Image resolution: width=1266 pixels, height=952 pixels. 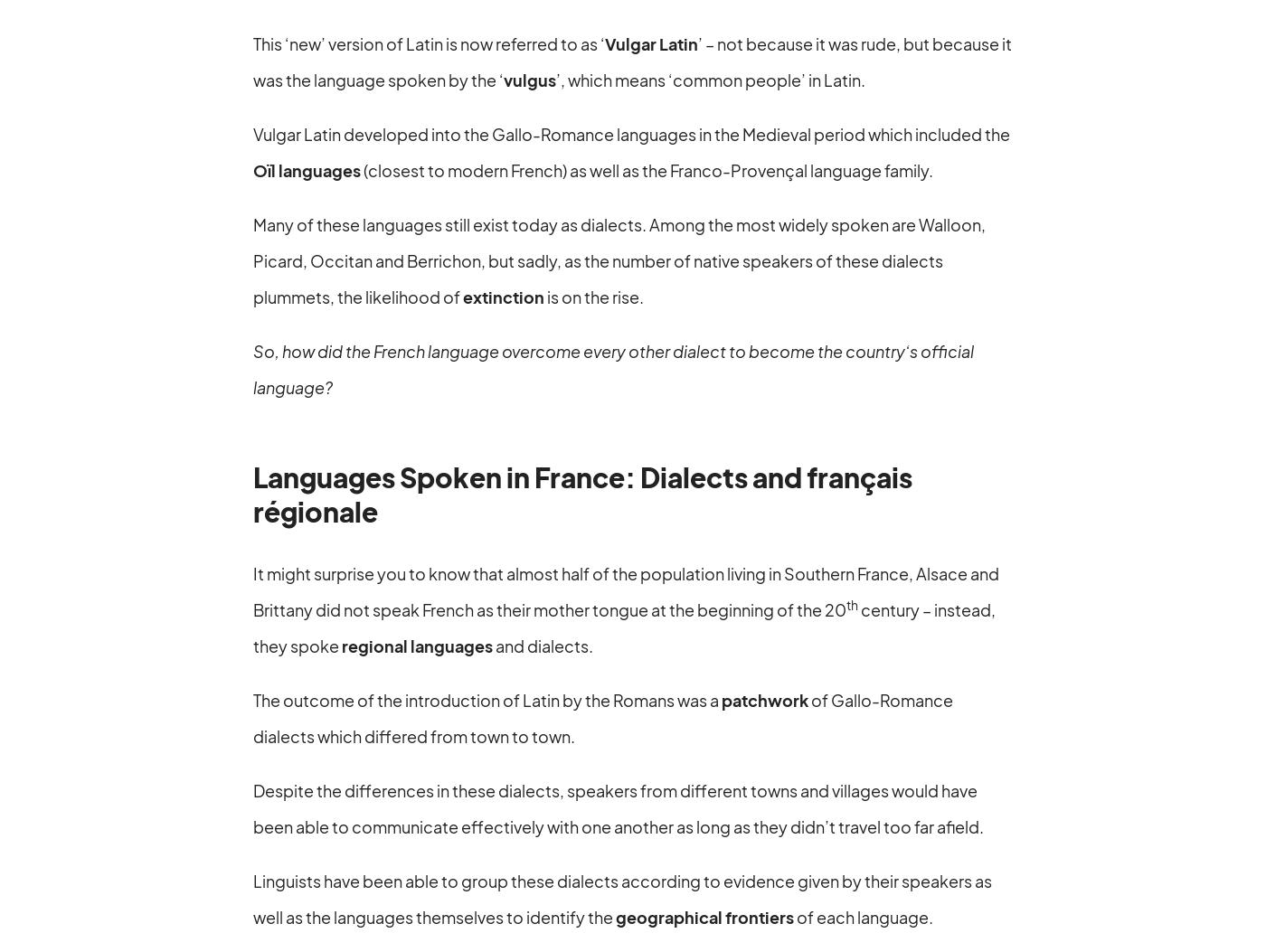 What do you see at coordinates (626, 589) in the screenshot?
I see `'It might surprise you to know that almost half of the population living in Southern France, Alsace and Brittany did not speak French as their mother tongue at the beginning of the 20'` at bounding box center [626, 589].